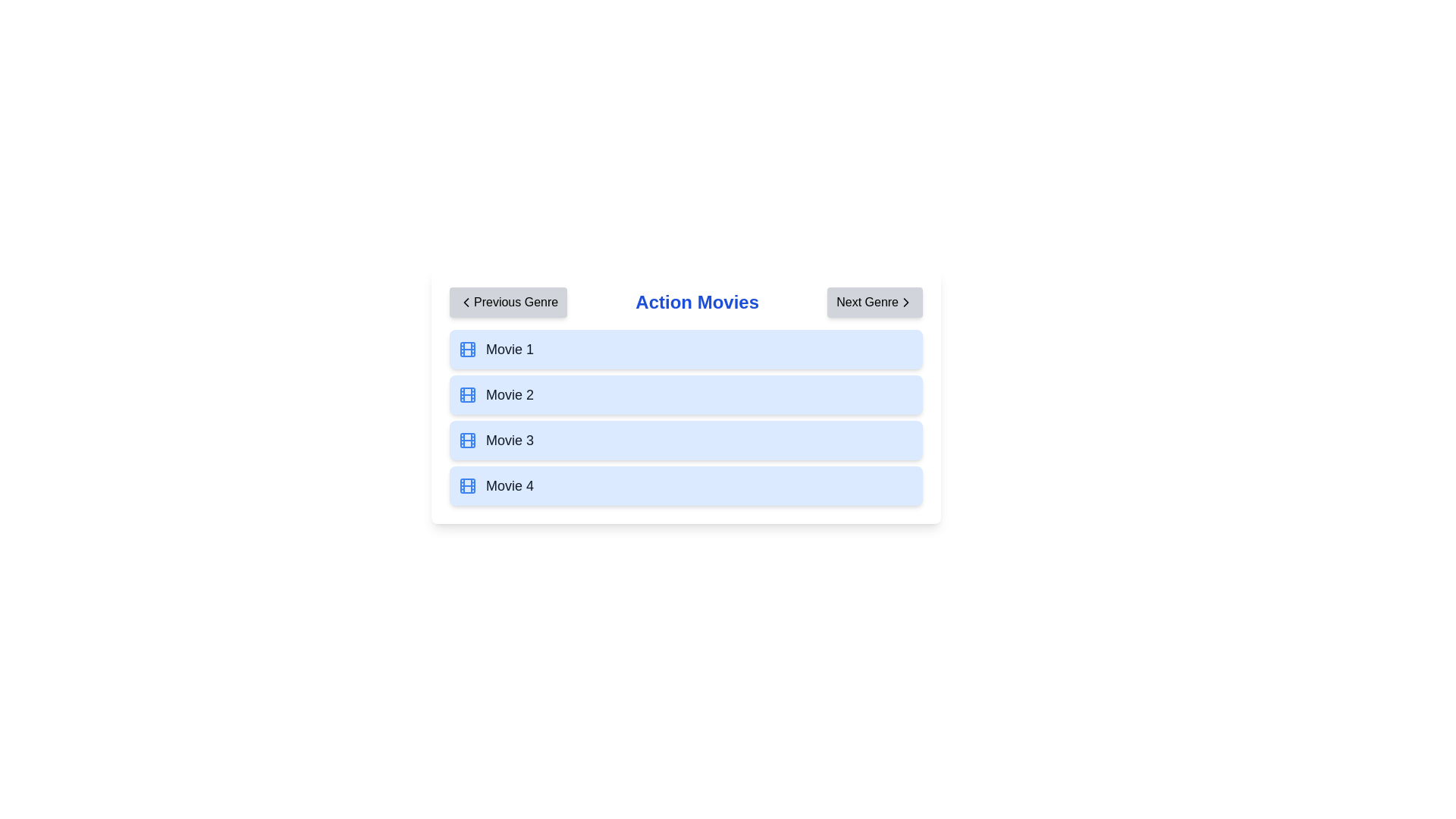  What do you see at coordinates (510, 394) in the screenshot?
I see `the text label displaying 'Movie 2', which is located in the second row of the 'Action Movies' list, beneath 'Movie 1'` at bounding box center [510, 394].